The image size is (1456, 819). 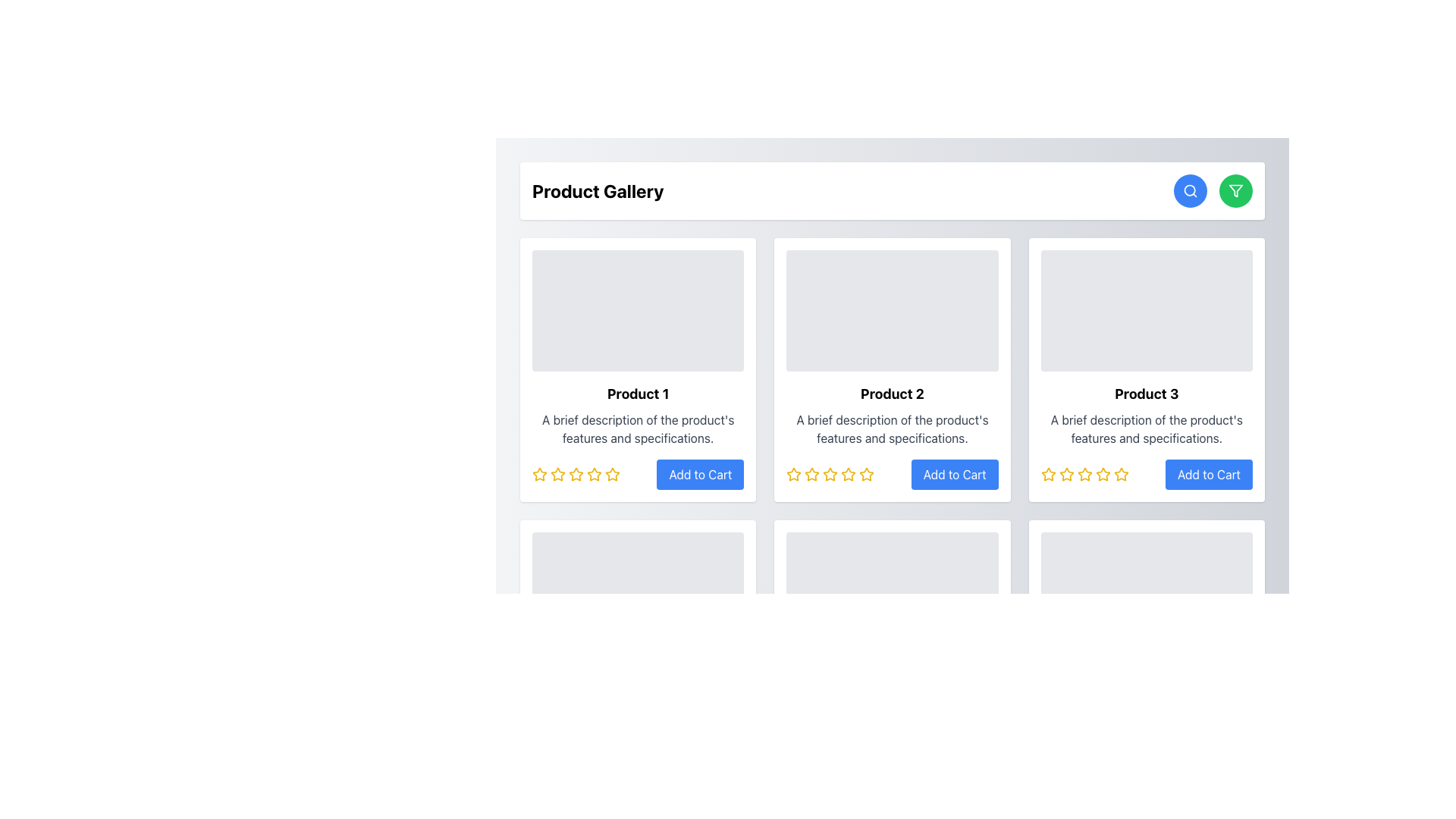 What do you see at coordinates (638, 309) in the screenshot?
I see `the image placeholder for 'Product 1' located in the top-left corner of its product card` at bounding box center [638, 309].